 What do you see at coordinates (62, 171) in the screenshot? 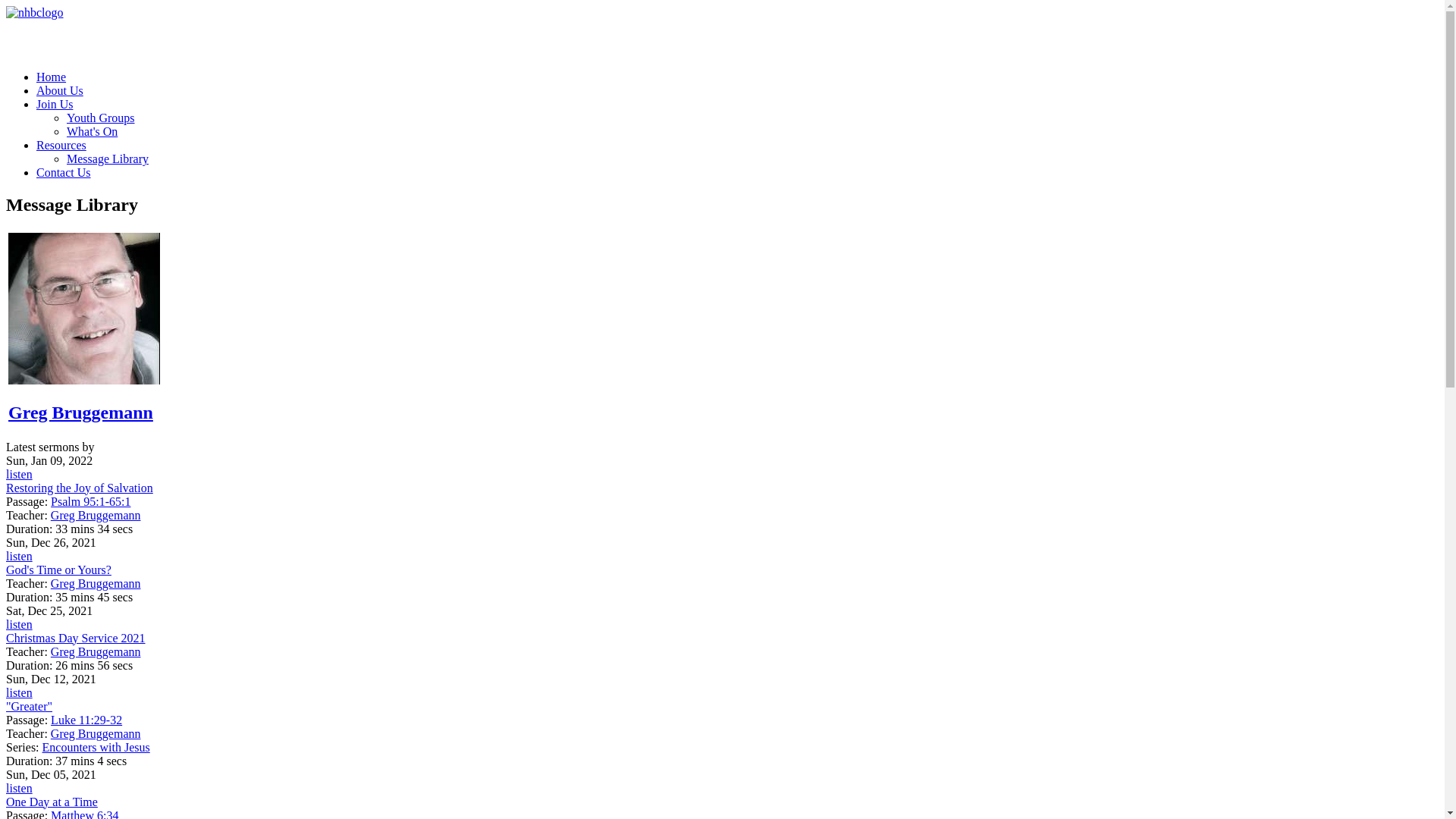
I see `'Contact Us'` at bounding box center [62, 171].